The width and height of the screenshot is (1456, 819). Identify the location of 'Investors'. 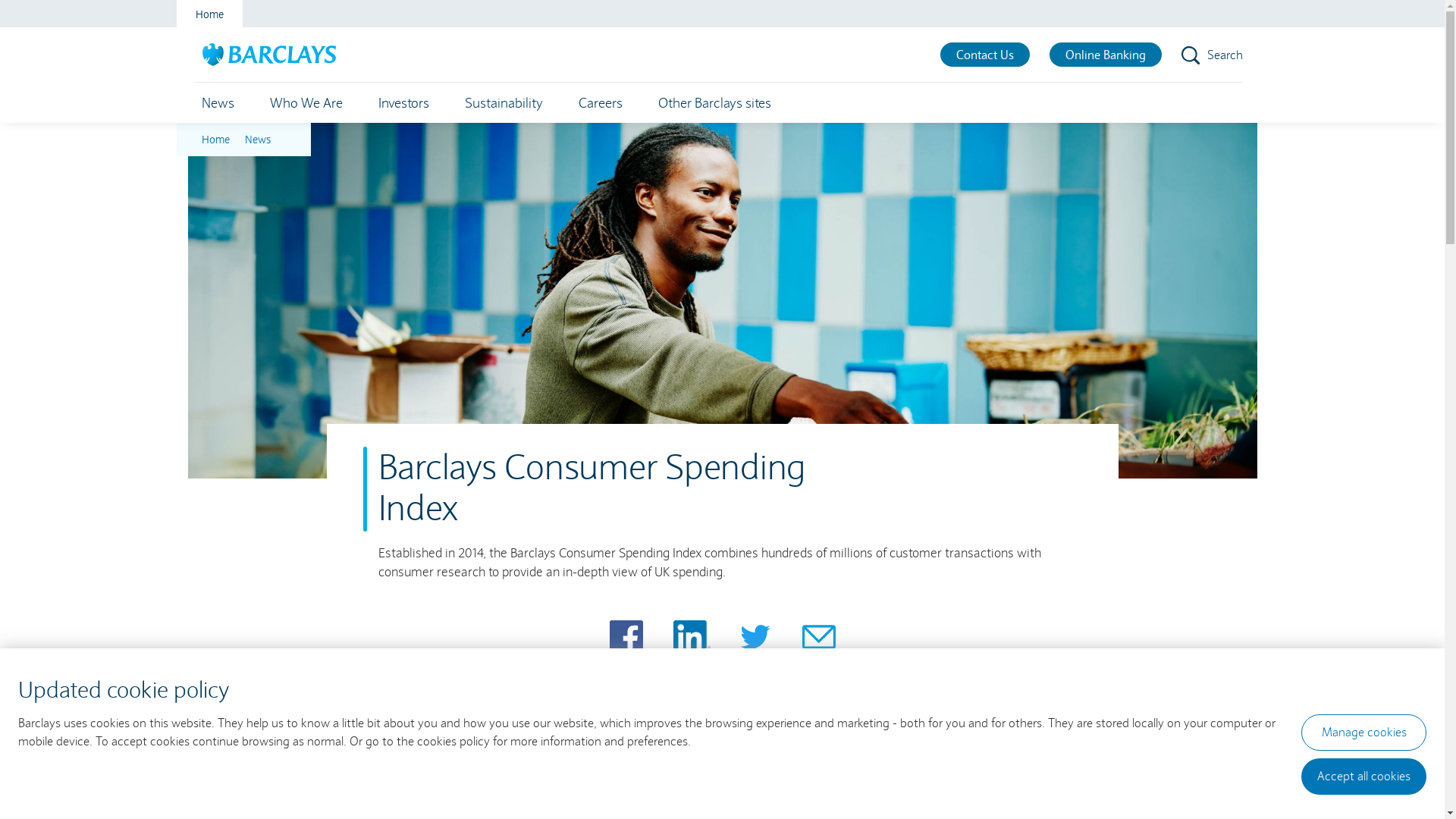
(403, 102).